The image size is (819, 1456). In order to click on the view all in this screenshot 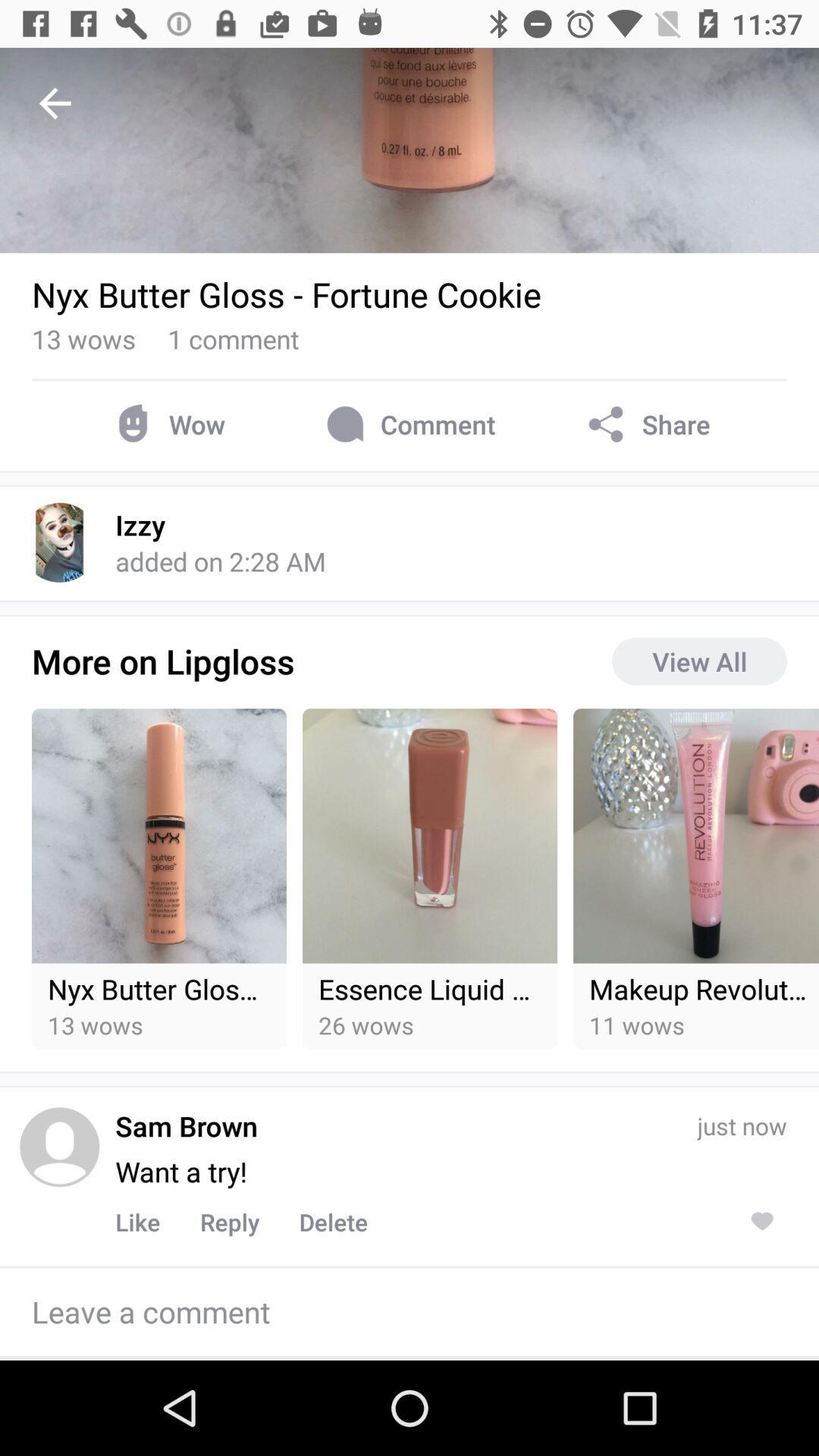, I will do `click(699, 661)`.